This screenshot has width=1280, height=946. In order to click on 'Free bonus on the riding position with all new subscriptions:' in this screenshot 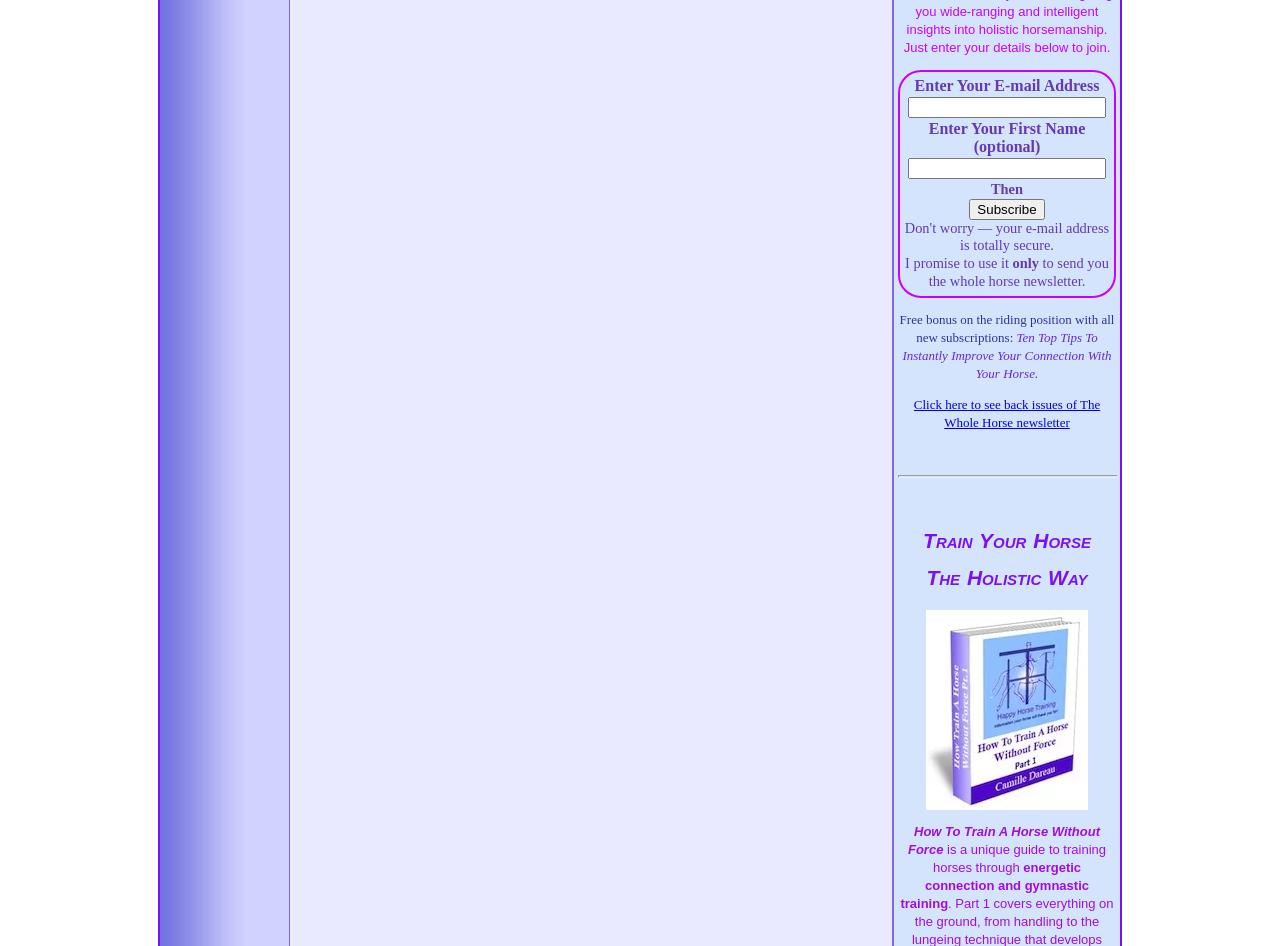, I will do `click(1006, 328)`.